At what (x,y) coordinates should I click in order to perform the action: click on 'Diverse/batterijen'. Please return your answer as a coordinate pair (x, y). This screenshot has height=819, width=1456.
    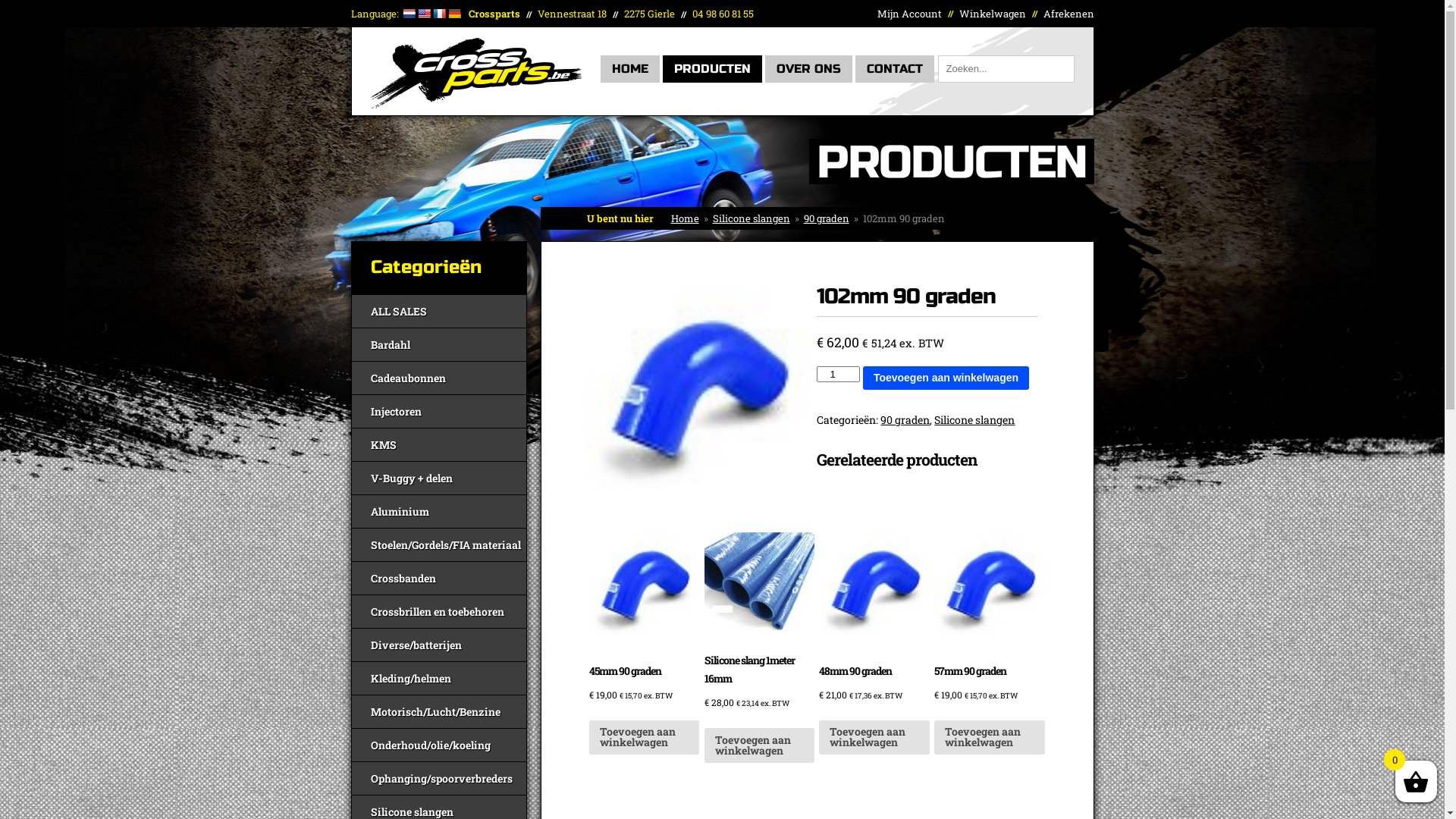
    Looking at the image, I should click on (438, 644).